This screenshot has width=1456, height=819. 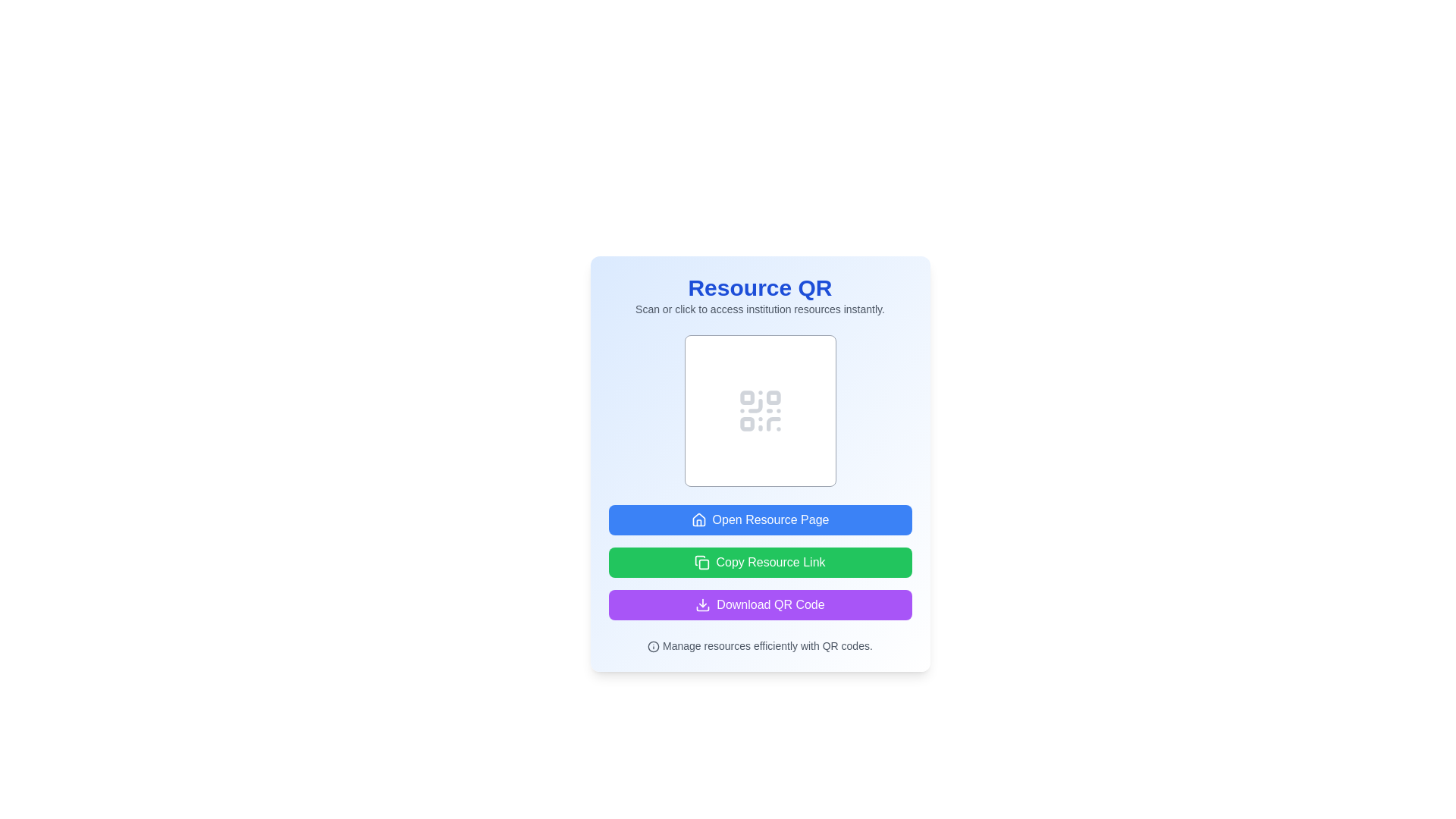 I want to click on the 'Download QR Code' button with a purple background and white text, so click(x=760, y=604).